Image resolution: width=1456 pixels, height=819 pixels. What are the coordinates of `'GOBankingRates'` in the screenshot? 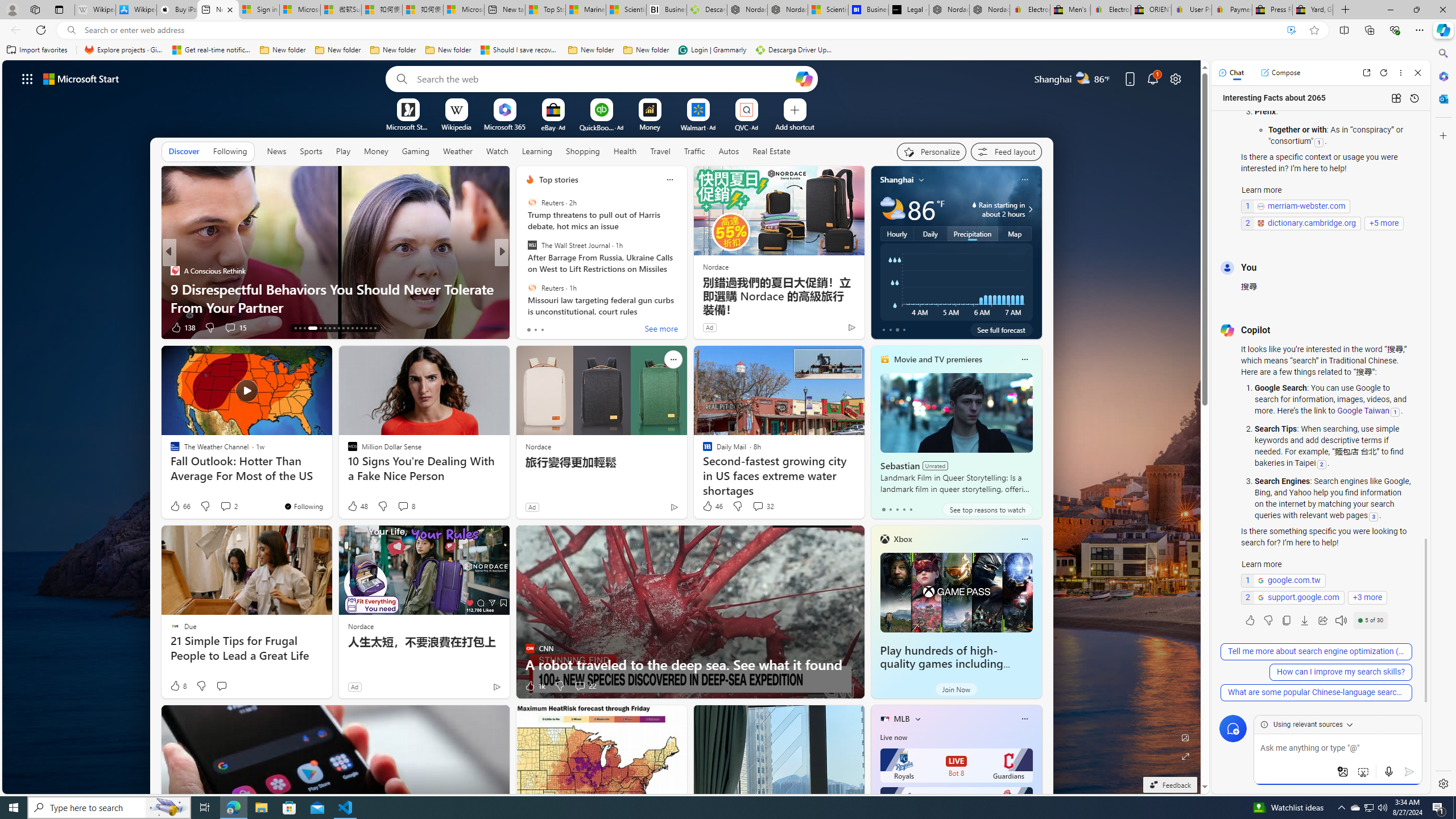 It's located at (524, 270).